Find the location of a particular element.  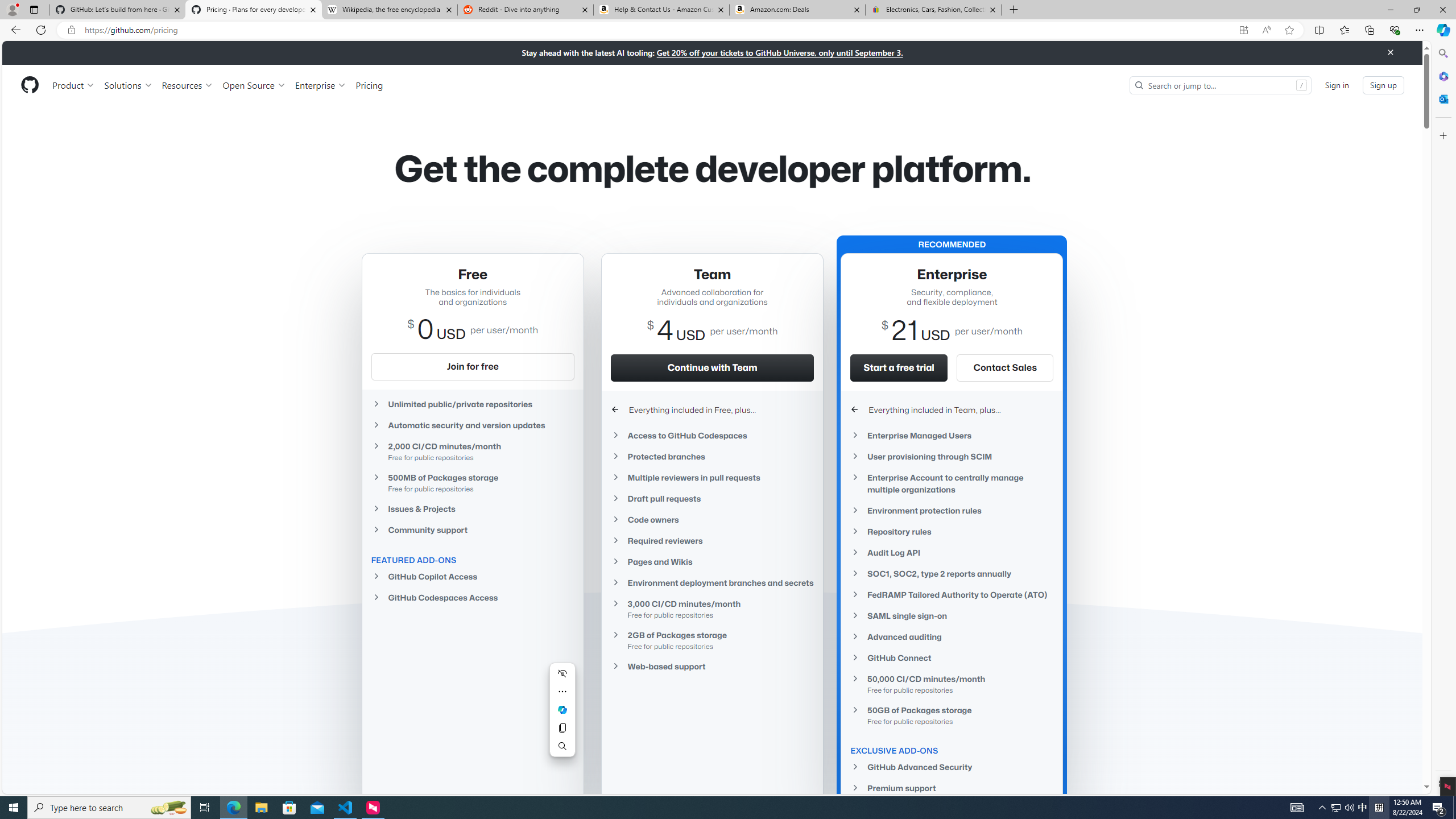

'2,000 CI/CD minutes/month Free for public repositories' is located at coordinates (473, 451).